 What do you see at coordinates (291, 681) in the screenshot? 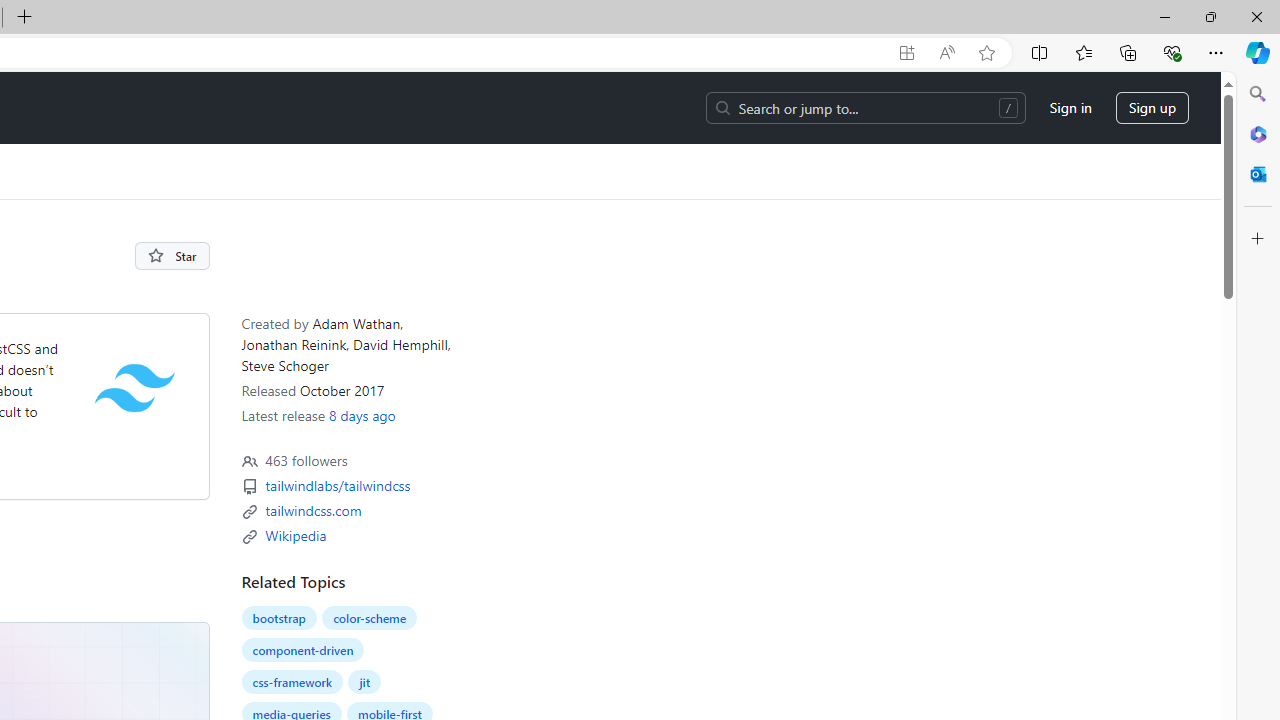
I see `'css-framework'` at bounding box center [291, 681].